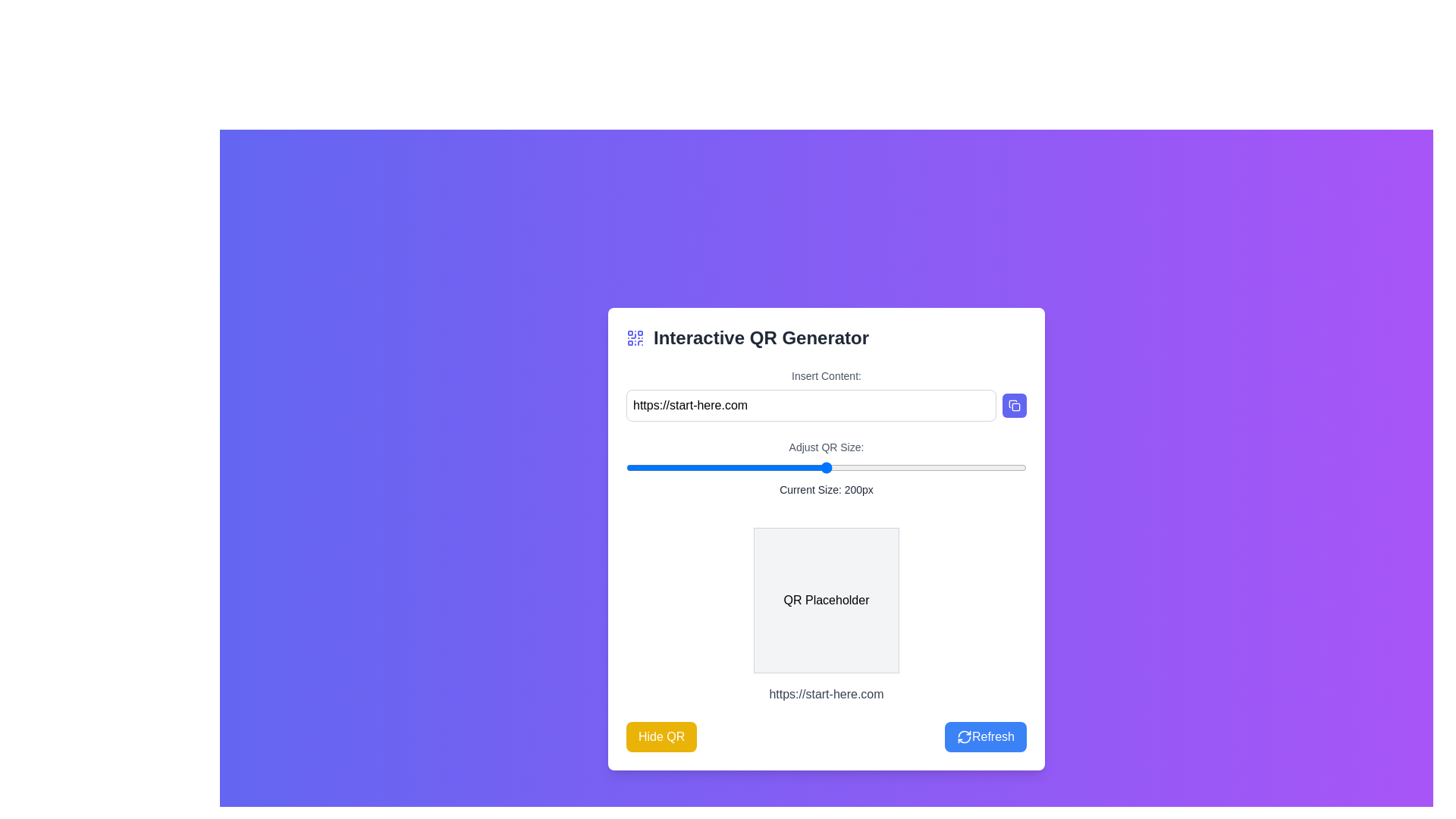 The height and width of the screenshot is (819, 1456). I want to click on the rectangular button with a deep indigo background and a white copy icon located to the right of the input field displaying 'https://start-here.com', so click(1015, 405).